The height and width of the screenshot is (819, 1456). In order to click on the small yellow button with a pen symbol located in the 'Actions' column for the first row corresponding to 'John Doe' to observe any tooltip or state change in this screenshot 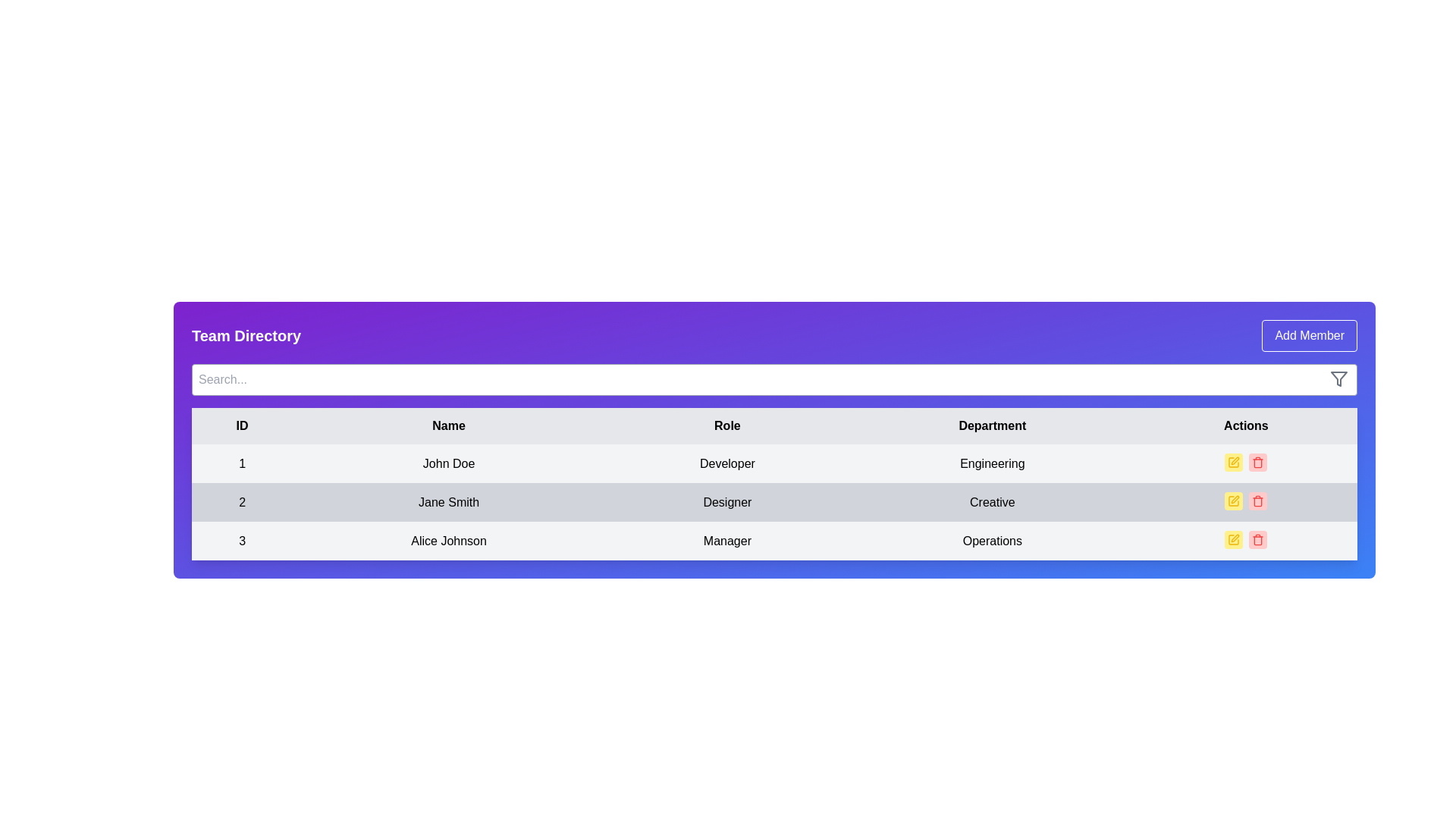, I will do `click(1234, 461)`.